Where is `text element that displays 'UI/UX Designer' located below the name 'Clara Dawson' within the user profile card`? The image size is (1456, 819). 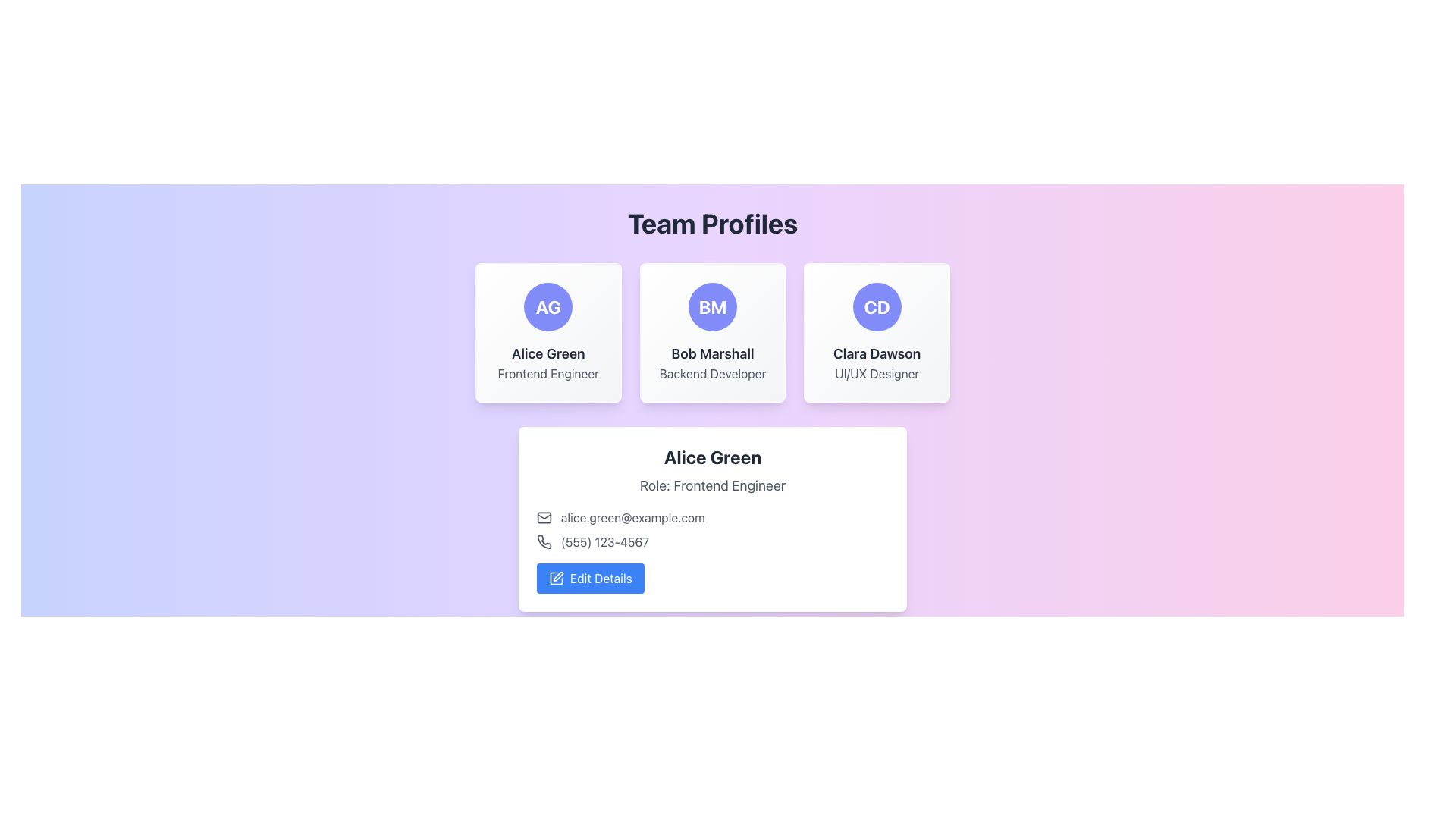 text element that displays 'UI/UX Designer' located below the name 'Clara Dawson' within the user profile card is located at coordinates (877, 374).